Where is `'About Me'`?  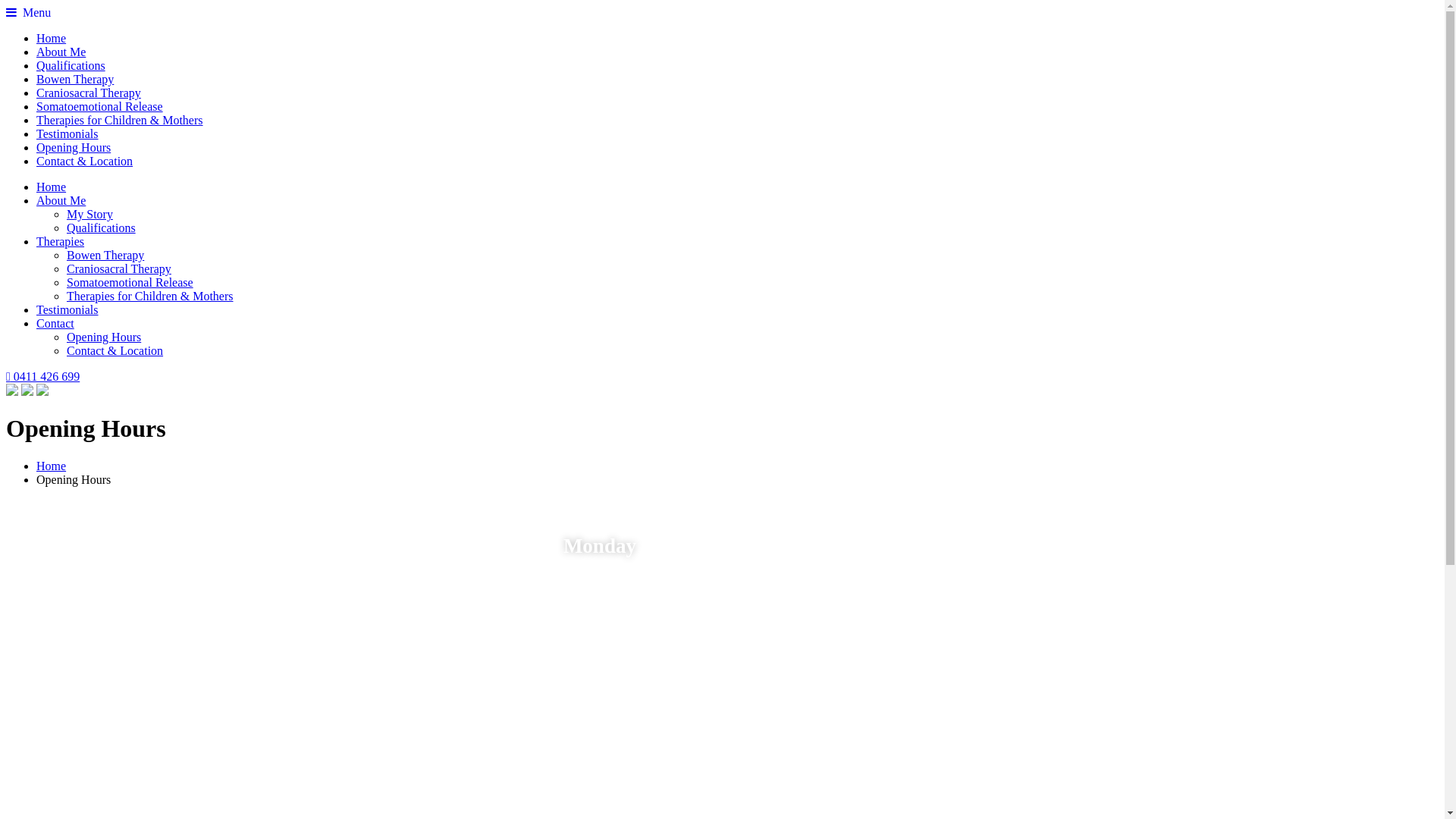 'About Me' is located at coordinates (61, 199).